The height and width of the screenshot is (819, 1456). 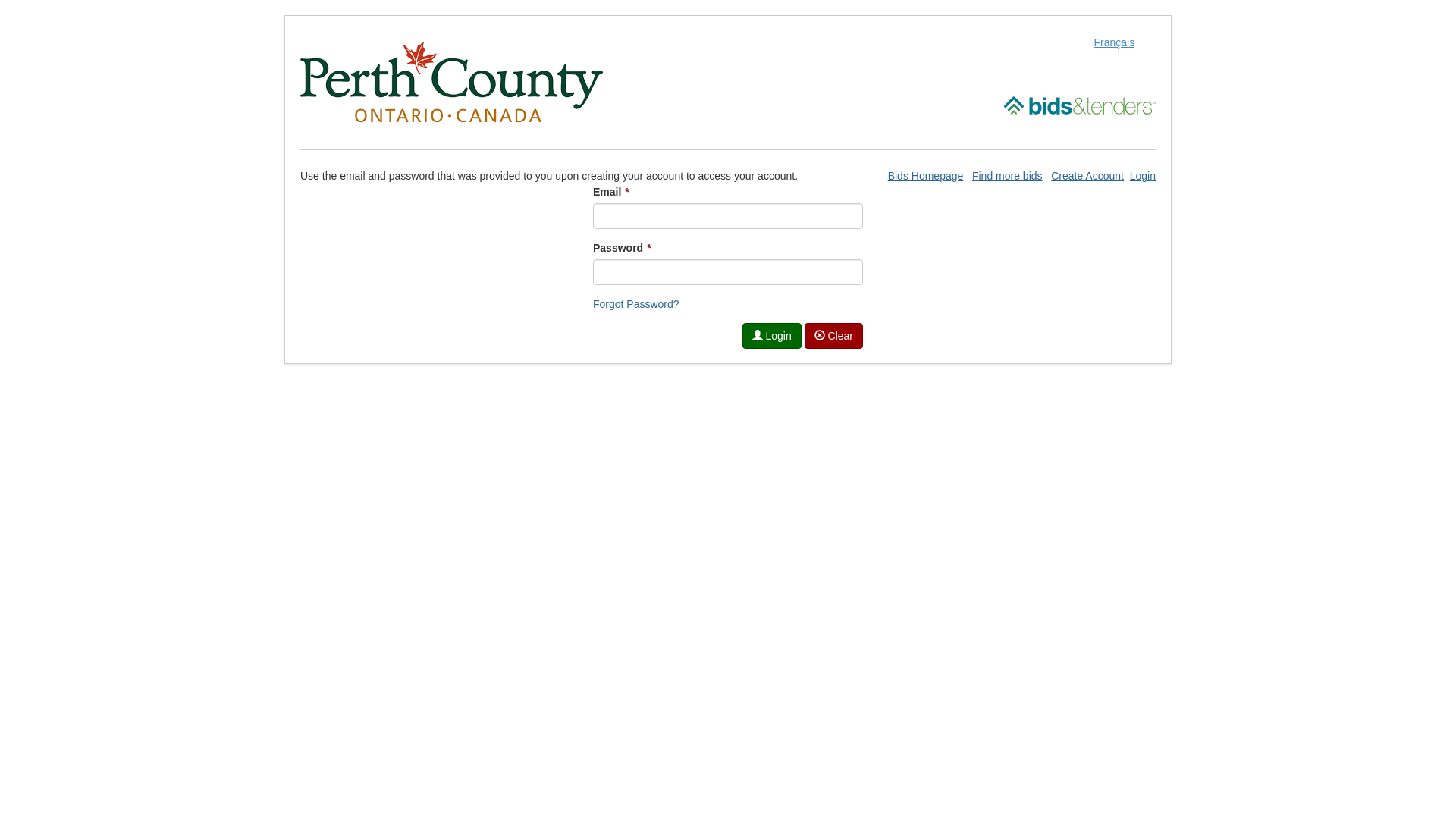 I want to click on 'Open Perth County site in a new window', so click(x=450, y=82).